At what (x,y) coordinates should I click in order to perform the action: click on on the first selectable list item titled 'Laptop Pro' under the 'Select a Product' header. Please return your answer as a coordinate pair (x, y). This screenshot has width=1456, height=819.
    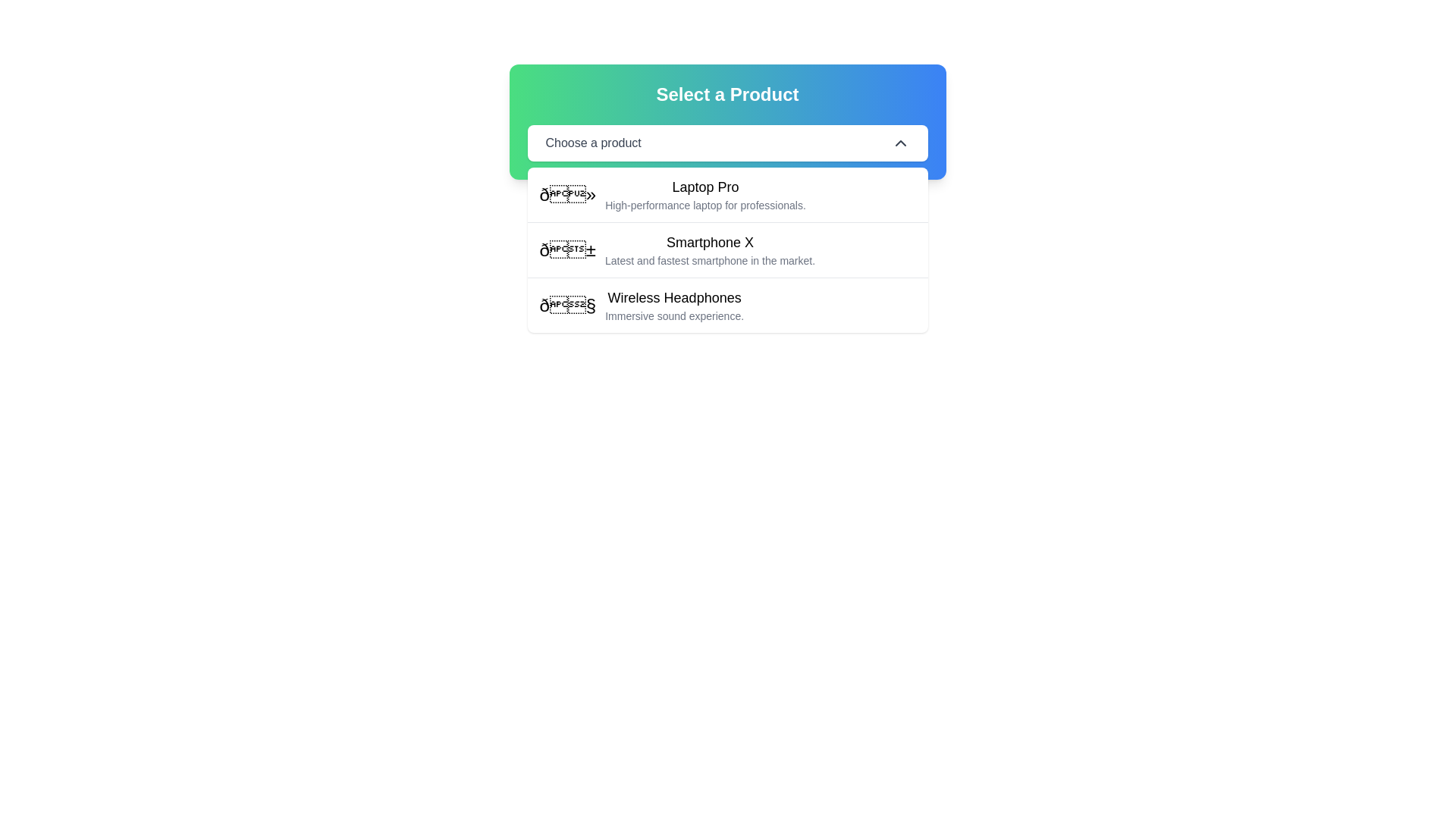
    Looking at the image, I should click on (726, 194).